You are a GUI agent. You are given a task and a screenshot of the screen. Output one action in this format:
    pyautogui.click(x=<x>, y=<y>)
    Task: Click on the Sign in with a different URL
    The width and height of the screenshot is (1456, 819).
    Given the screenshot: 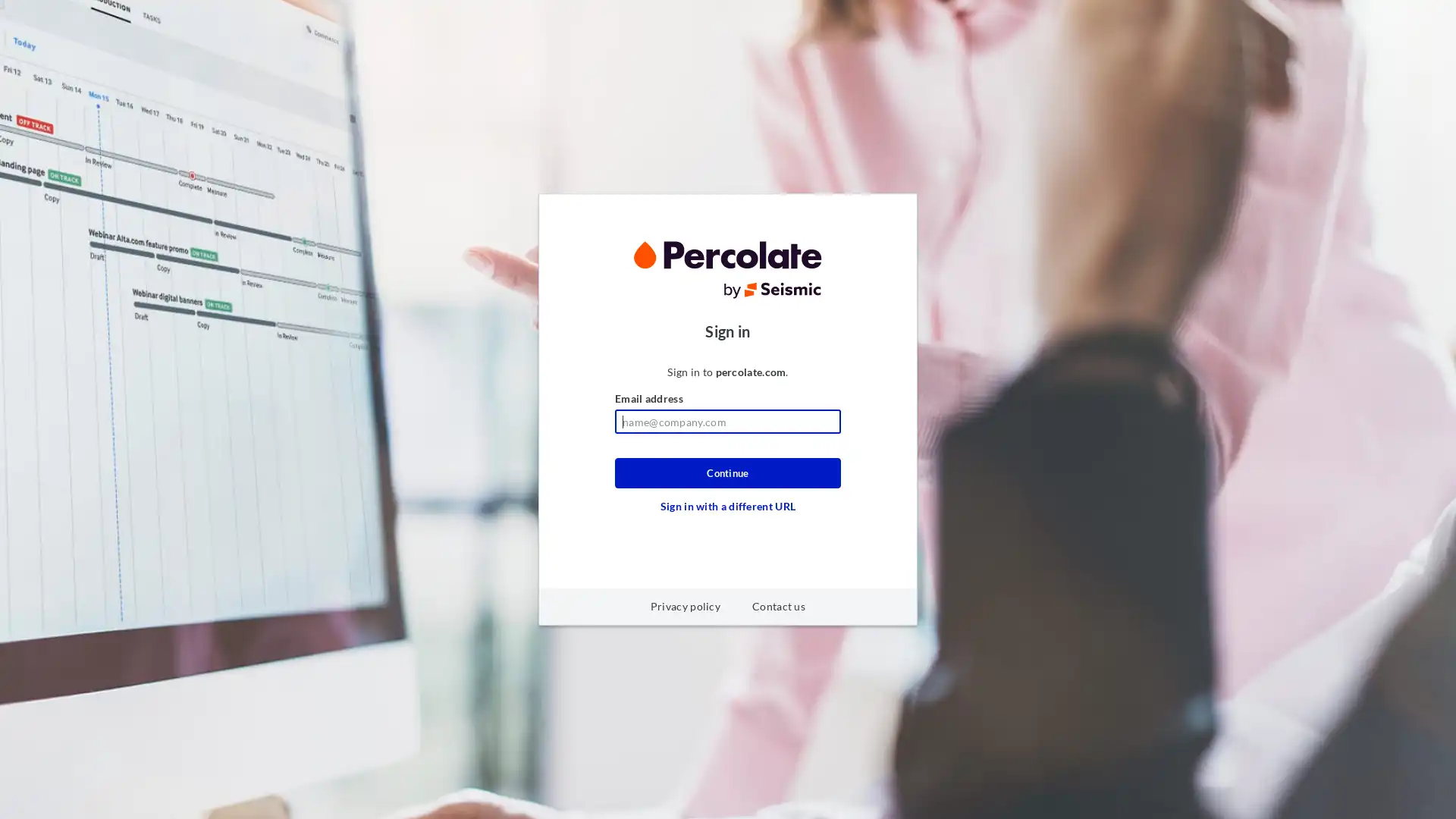 What is the action you would take?
    pyautogui.click(x=728, y=506)
    